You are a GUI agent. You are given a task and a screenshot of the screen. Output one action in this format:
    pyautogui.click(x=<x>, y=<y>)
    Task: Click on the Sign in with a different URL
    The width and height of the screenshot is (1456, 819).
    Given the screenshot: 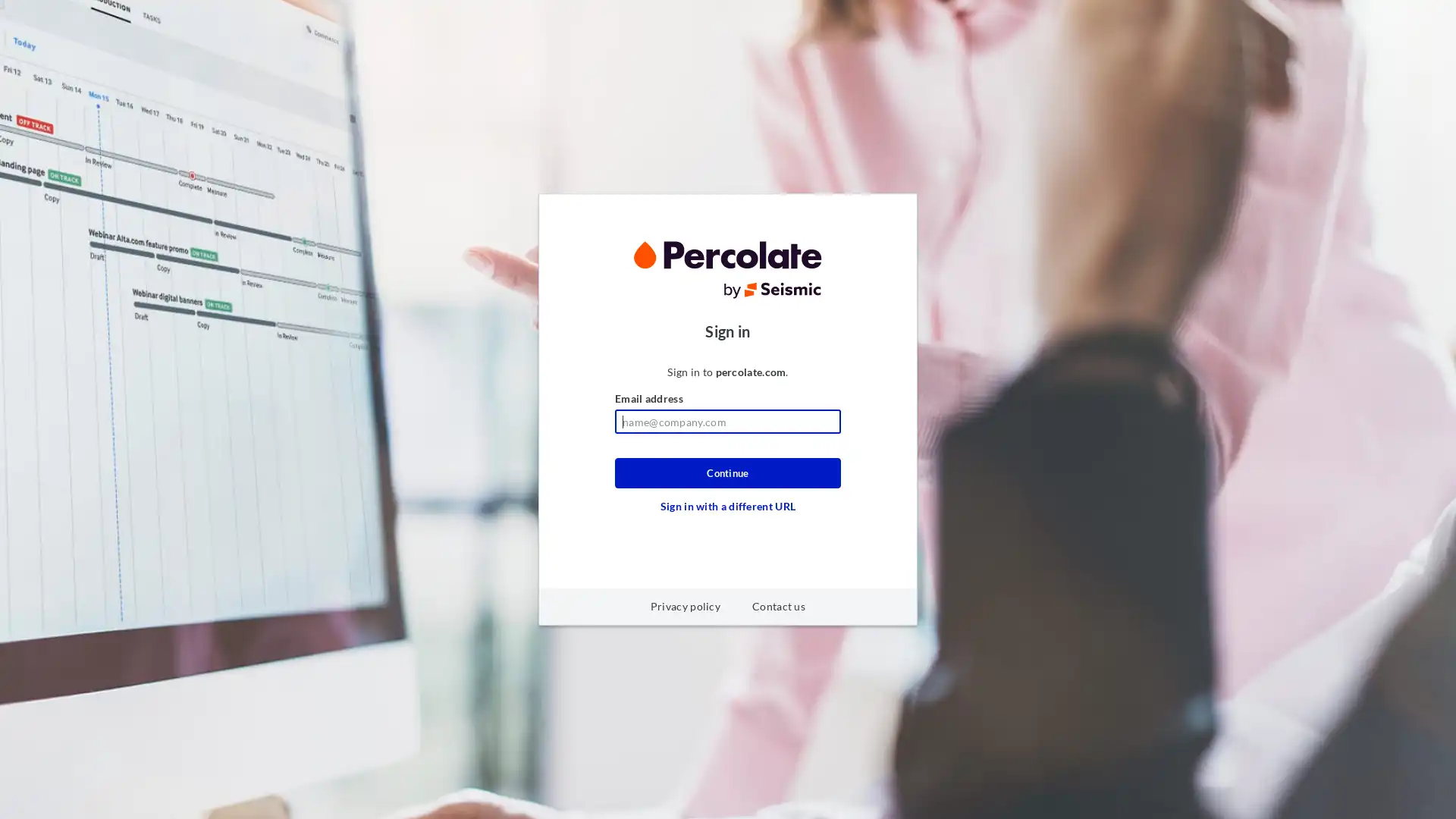 What is the action you would take?
    pyautogui.click(x=728, y=506)
    